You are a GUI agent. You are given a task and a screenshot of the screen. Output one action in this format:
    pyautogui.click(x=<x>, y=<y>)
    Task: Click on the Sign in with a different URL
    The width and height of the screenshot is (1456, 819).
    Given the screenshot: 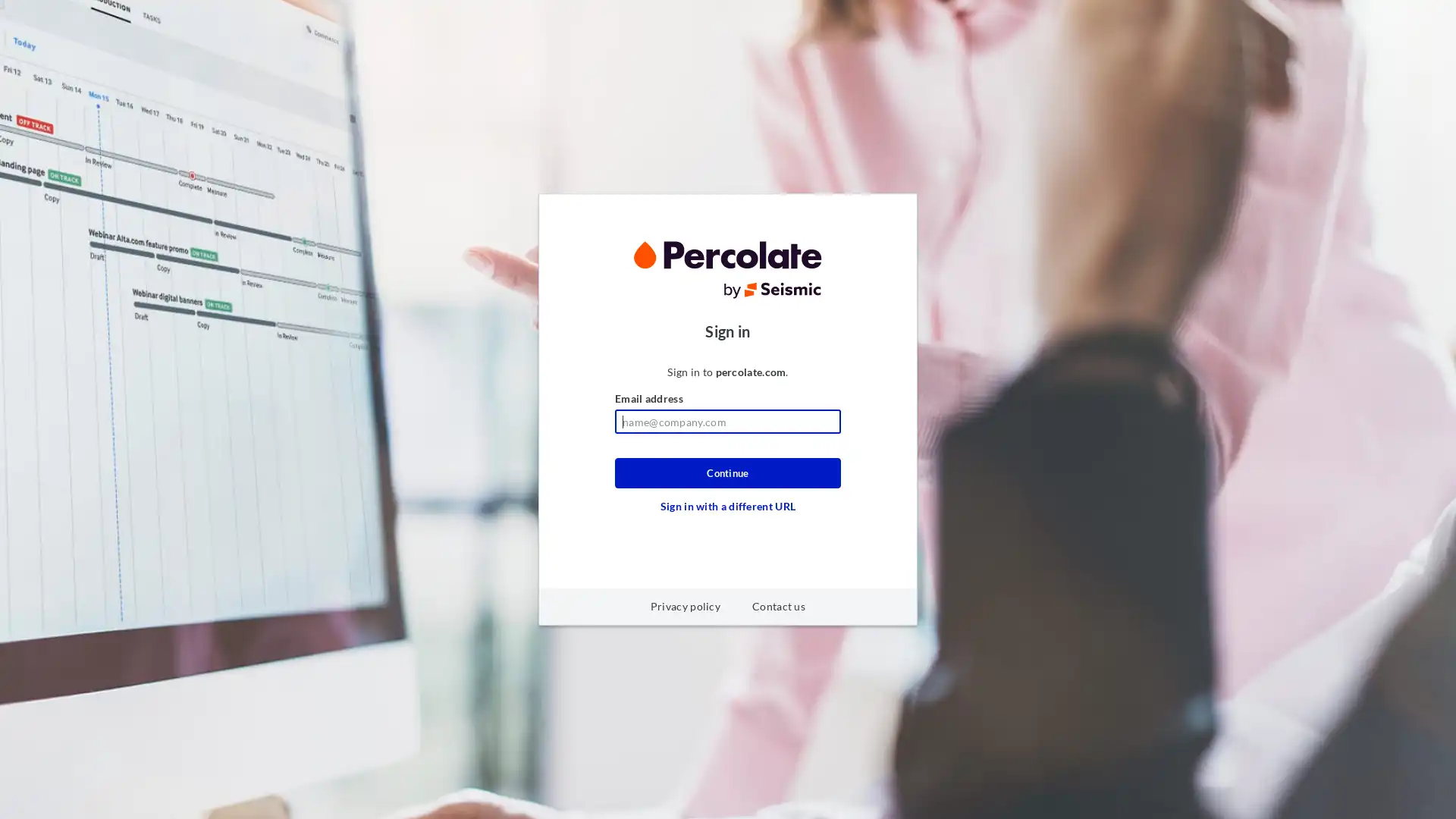 What is the action you would take?
    pyautogui.click(x=728, y=506)
    